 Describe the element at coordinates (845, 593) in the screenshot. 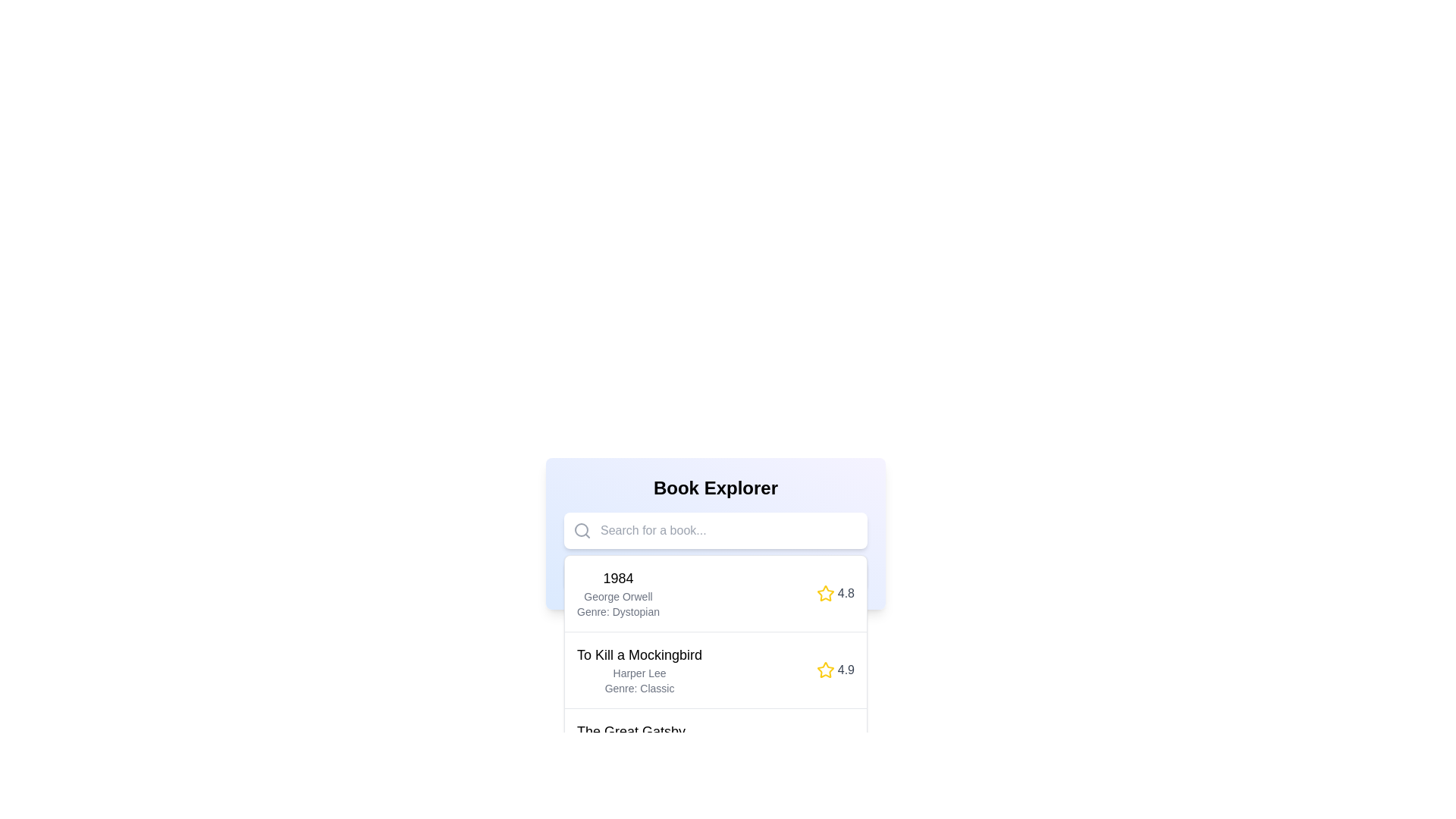

I see `the text label displaying the rating for the book '1984' in the 'Book Explorer' application` at that location.